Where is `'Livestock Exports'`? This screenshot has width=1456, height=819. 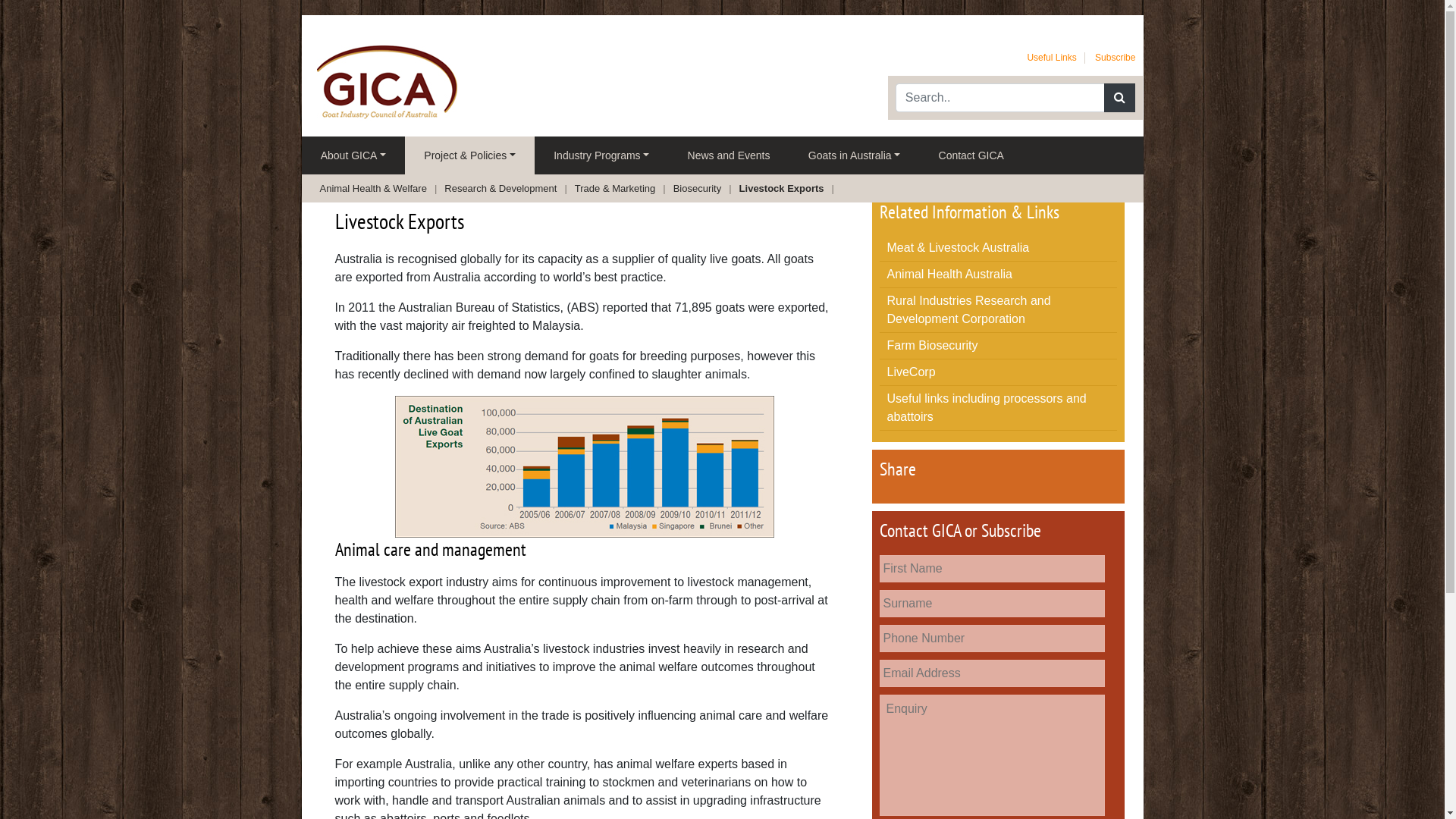
'Livestock Exports' is located at coordinates (786, 187).